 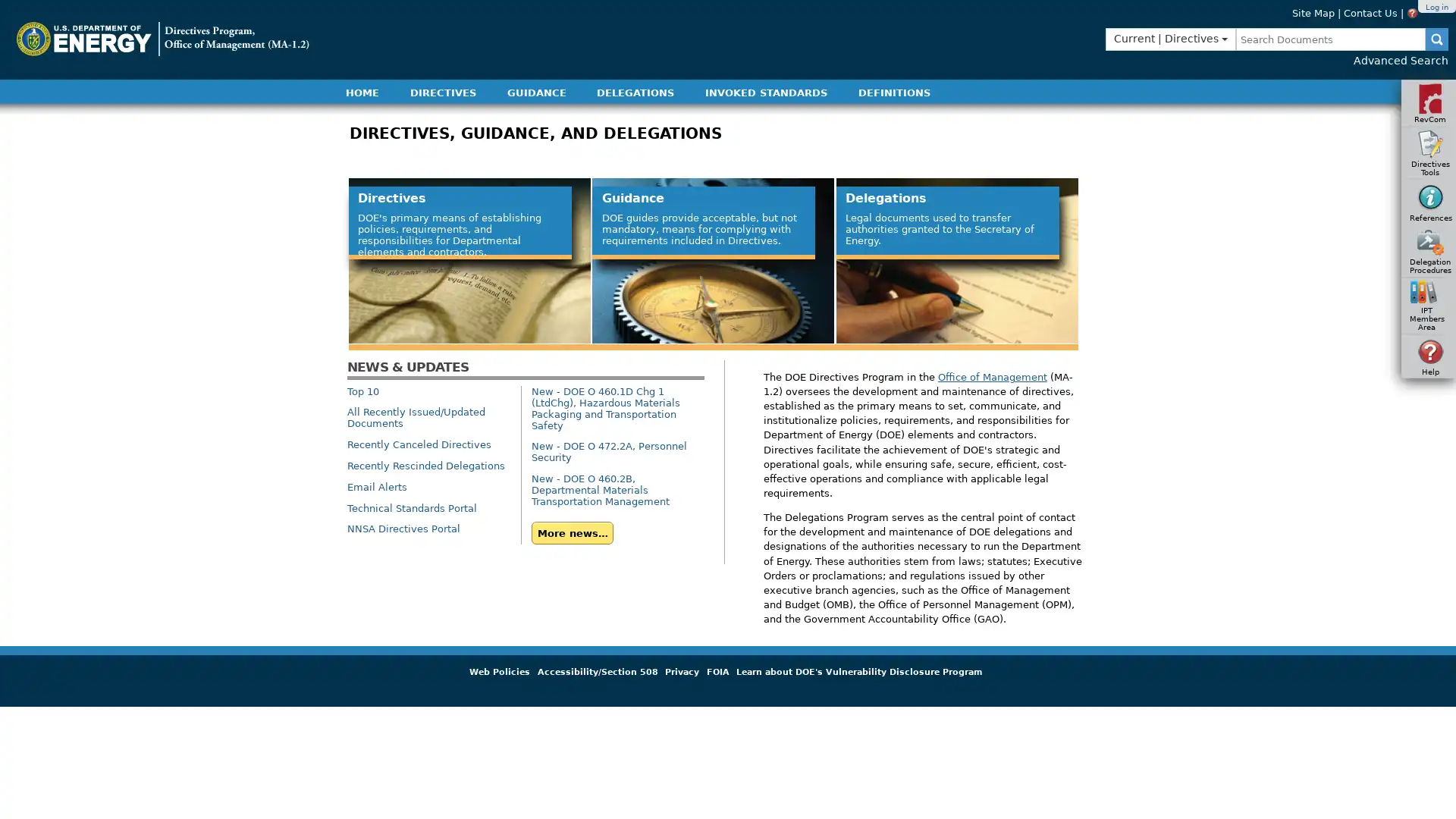 What do you see at coordinates (1170, 38) in the screenshot?
I see `Current | Directives` at bounding box center [1170, 38].